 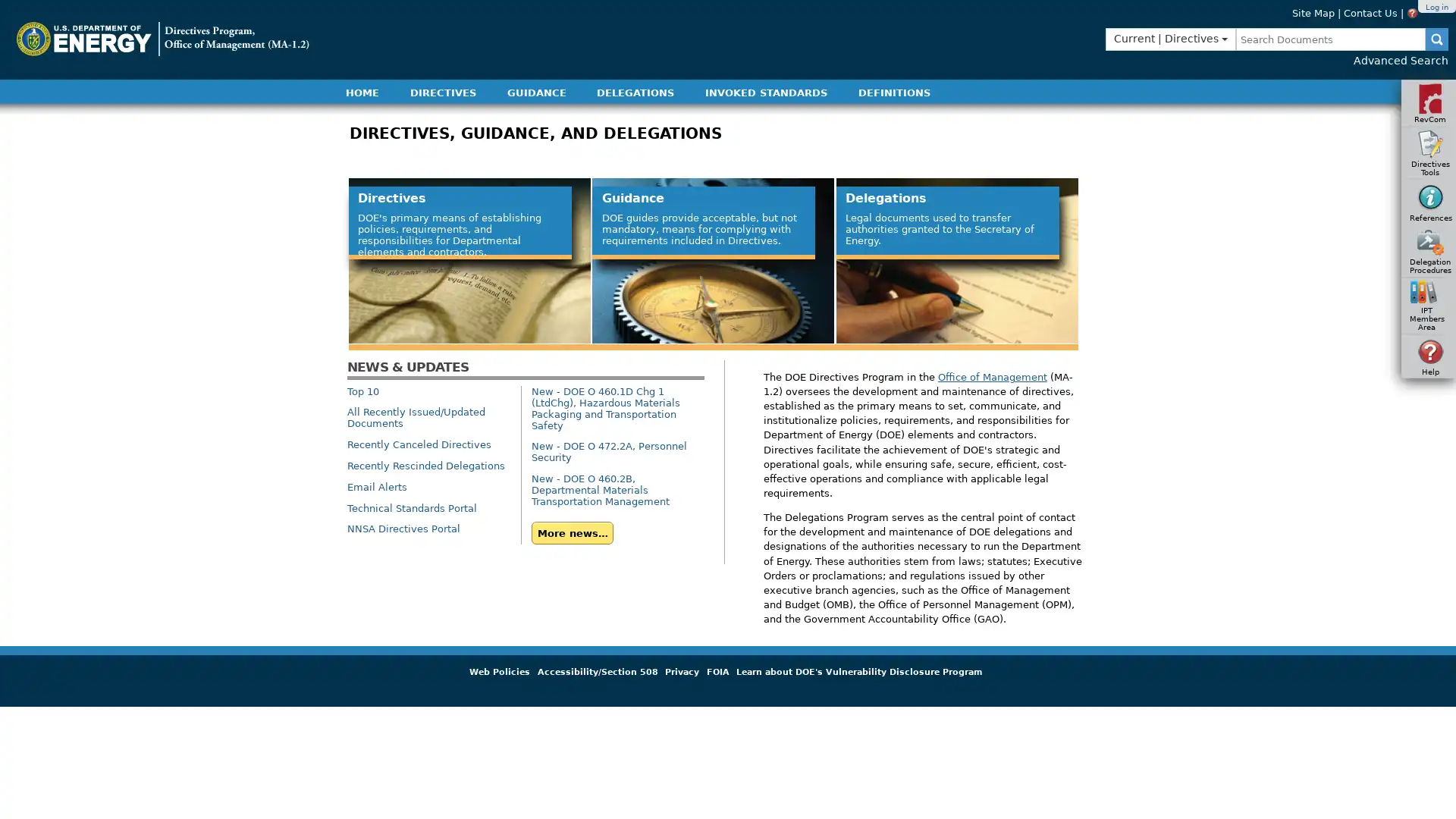 What do you see at coordinates (1170, 38) in the screenshot?
I see `Current | Directives` at bounding box center [1170, 38].